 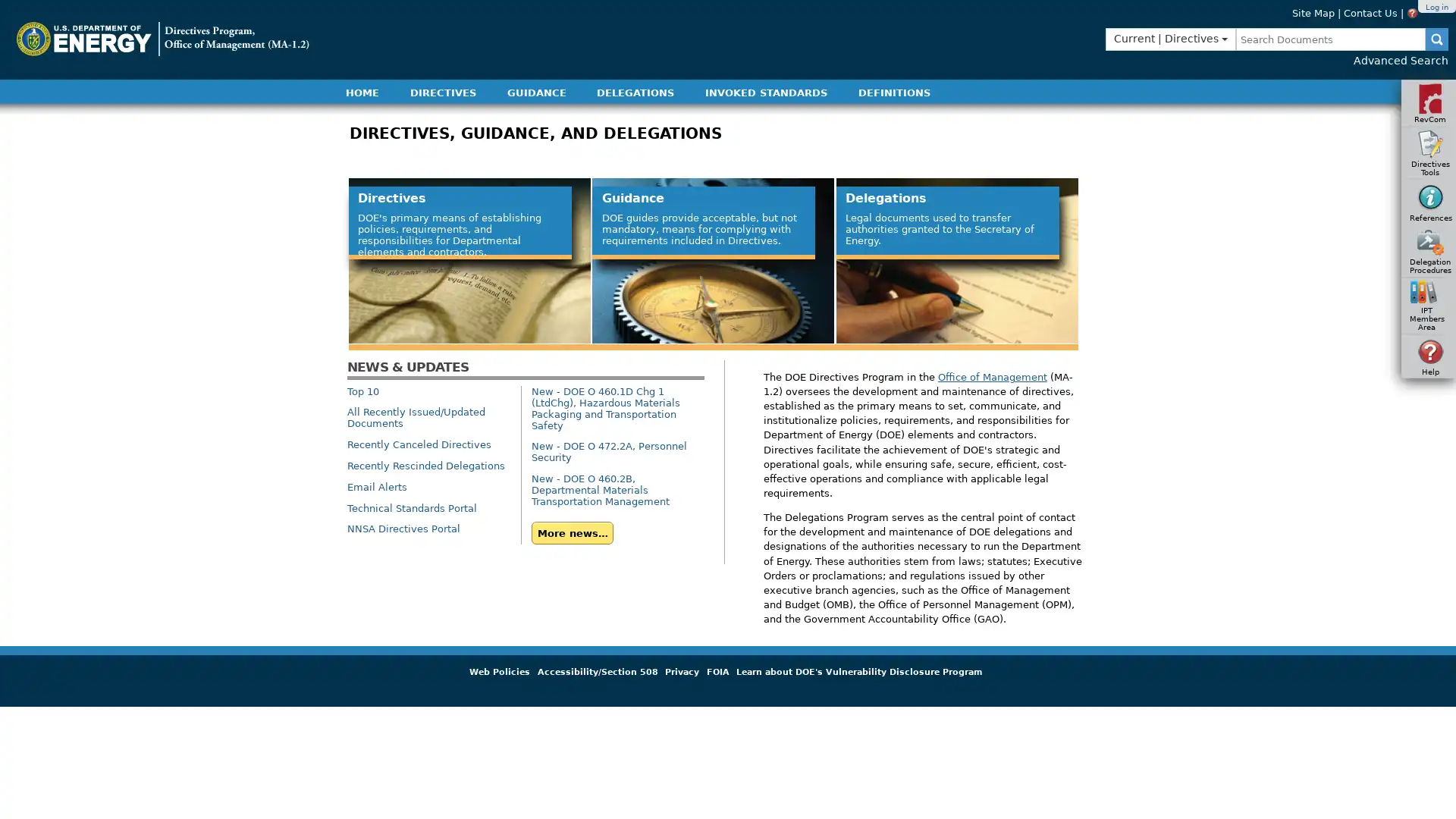 What do you see at coordinates (1170, 38) in the screenshot?
I see `Current | Directives` at bounding box center [1170, 38].